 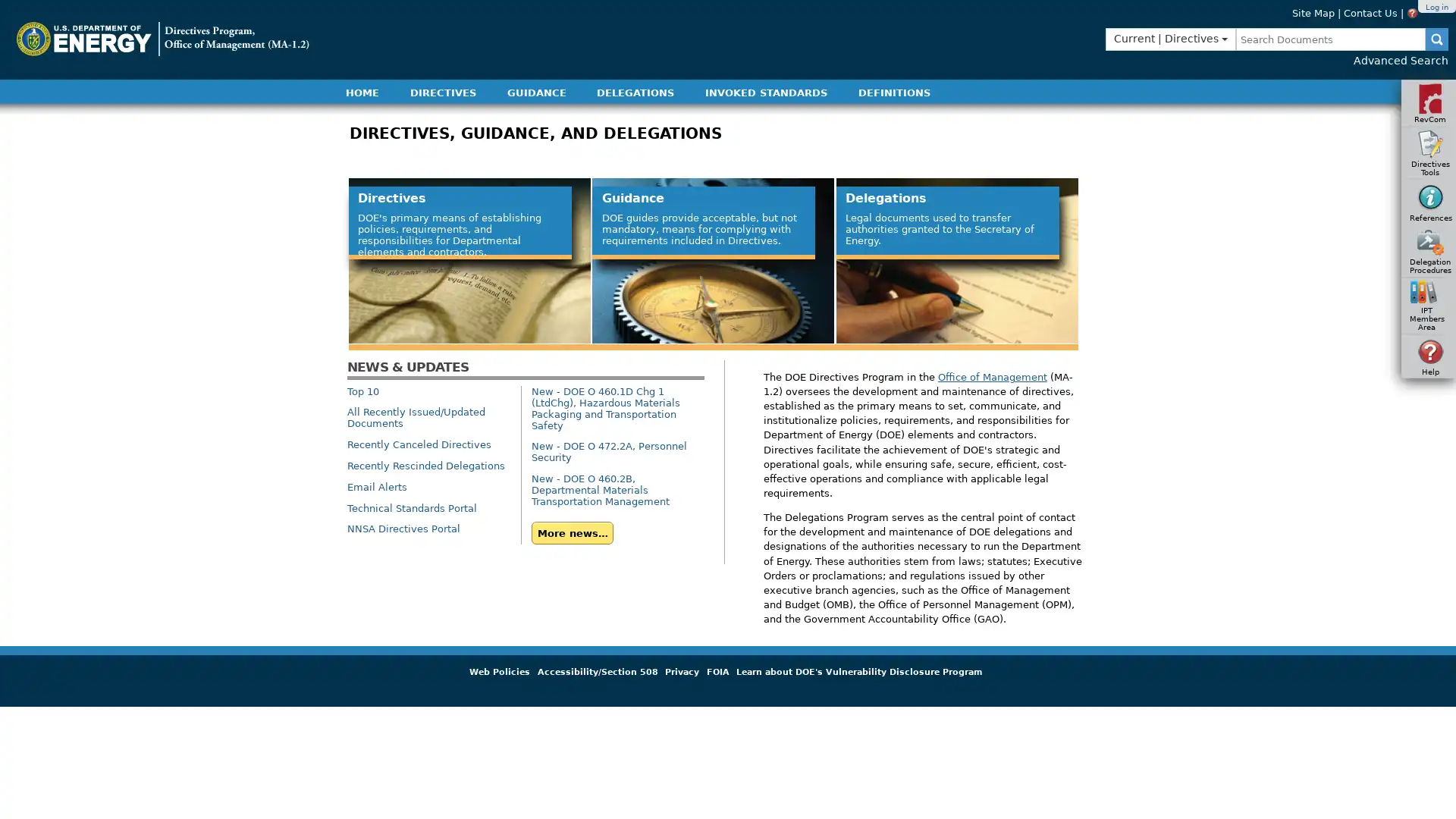 What do you see at coordinates (1170, 38) in the screenshot?
I see `Current | Directives` at bounding box center [1170, 38].